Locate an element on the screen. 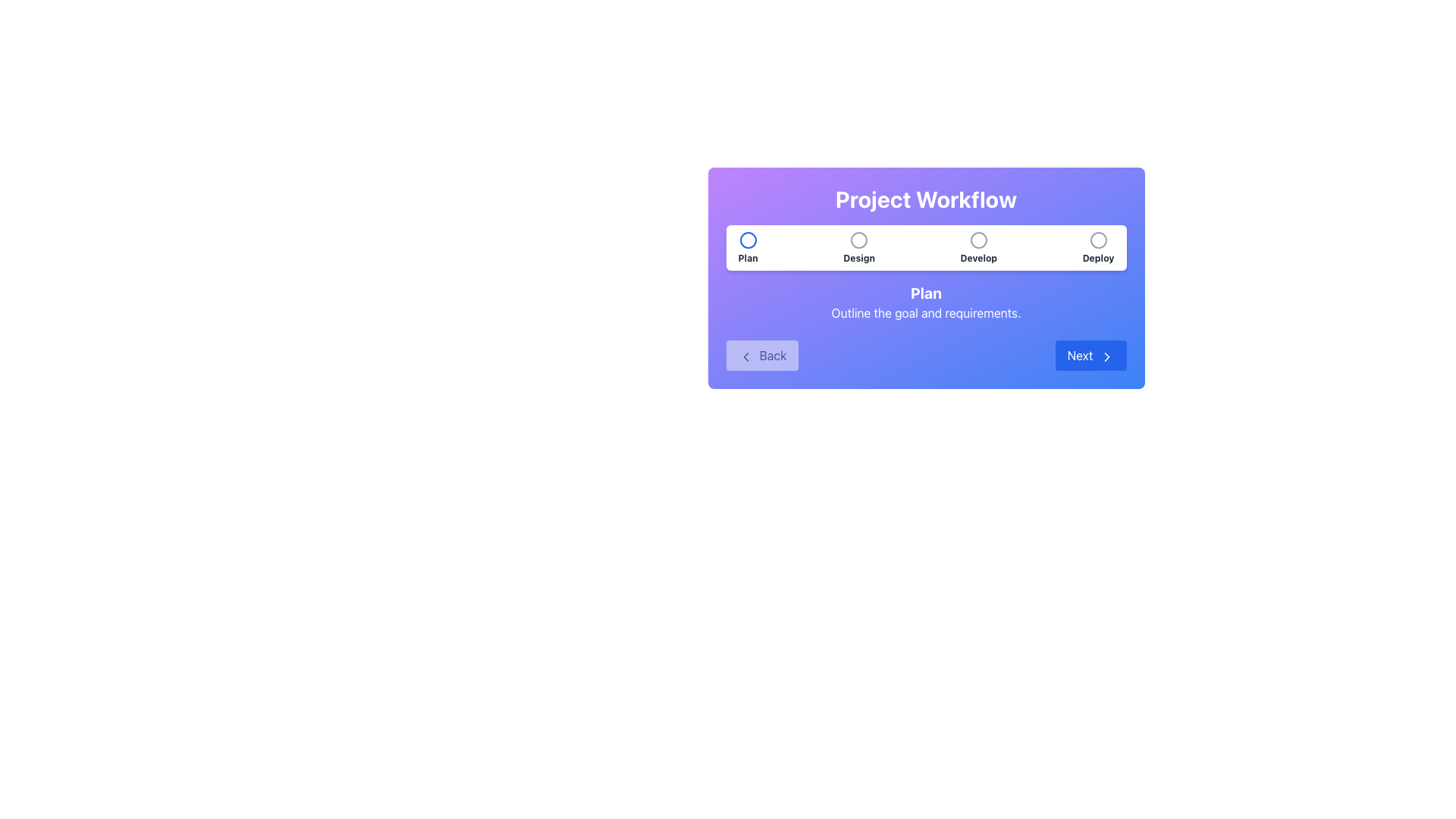 The image size is (1456, 819). the 'Develop' icon with text label, which is the third element in the horizontally-aligned step indicator, located between 'Design' and 'Deploy' is located at coordinates (978, 247).